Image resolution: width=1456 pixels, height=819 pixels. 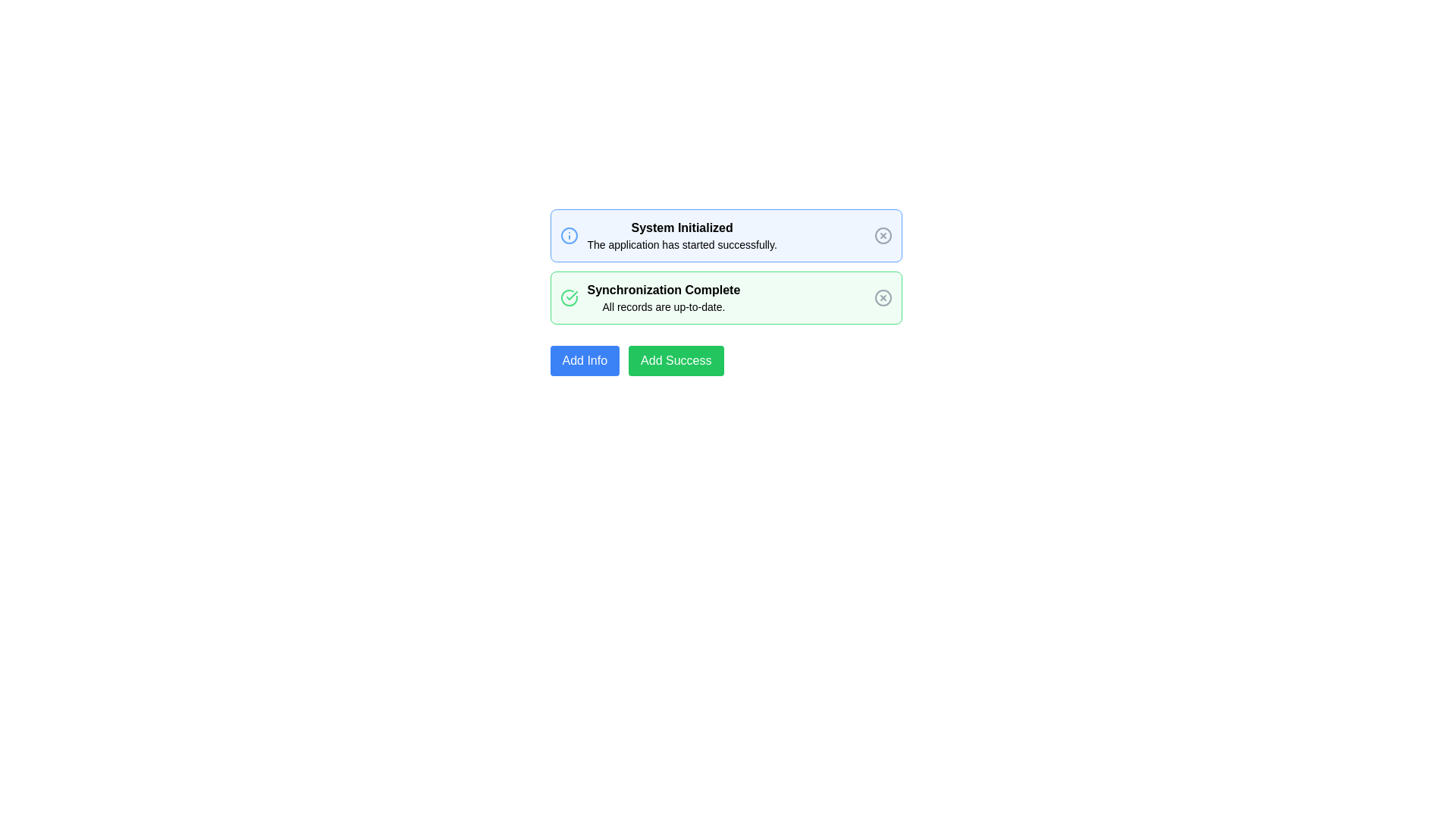 I want to click on text content from the status indicator text block, which informs the user that the synchronization process has completed successfully and that all records are current, so click(x=664, y=298).